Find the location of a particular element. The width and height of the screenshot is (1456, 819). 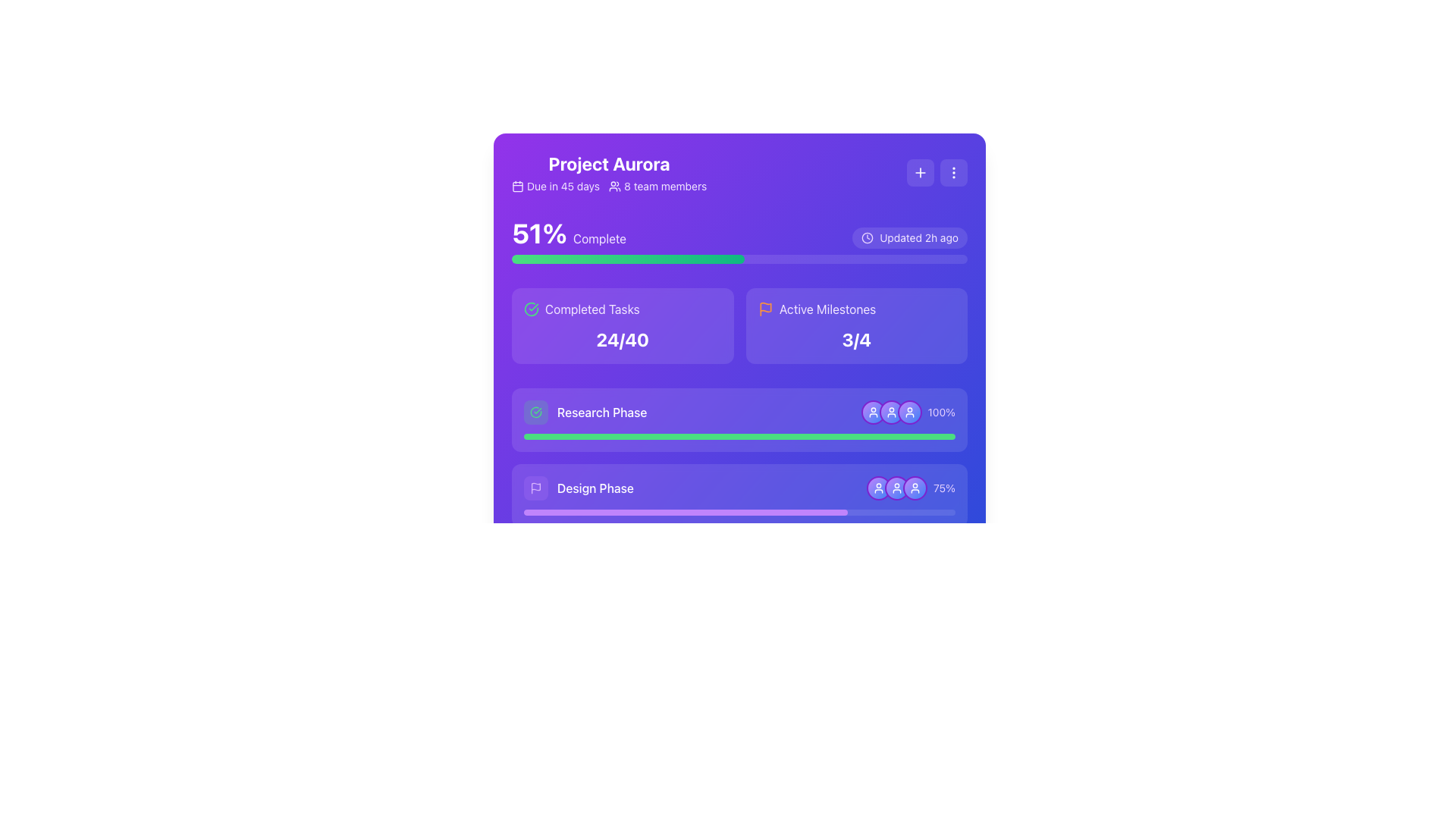

the progress bar that visually represents the completion percentage of a task, located below the '51%' label and above the text 'Complete' and 'Updated 2h ago' is located at coordinates (739, 259).